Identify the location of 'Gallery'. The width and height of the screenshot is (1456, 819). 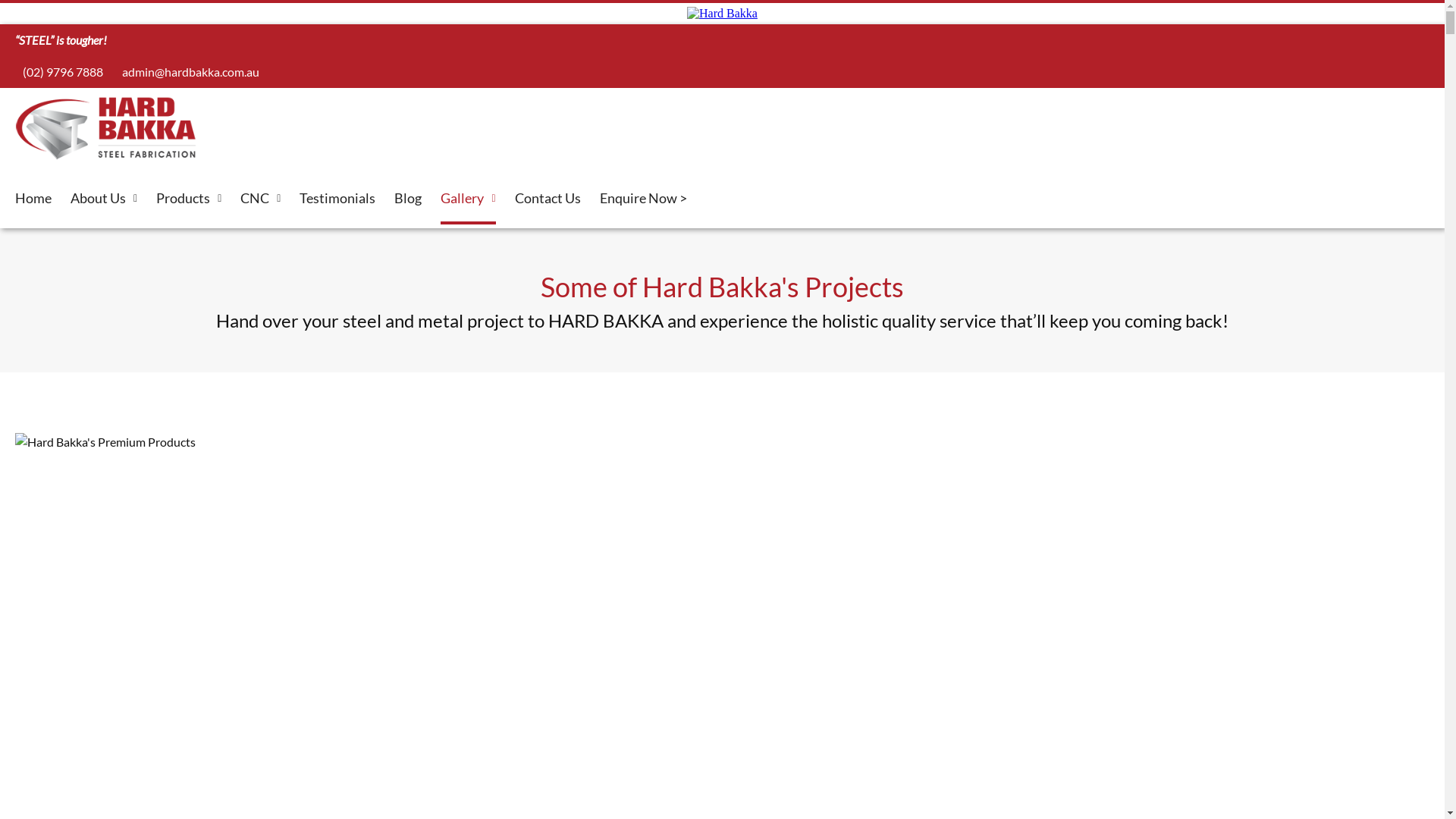
(467, 199).